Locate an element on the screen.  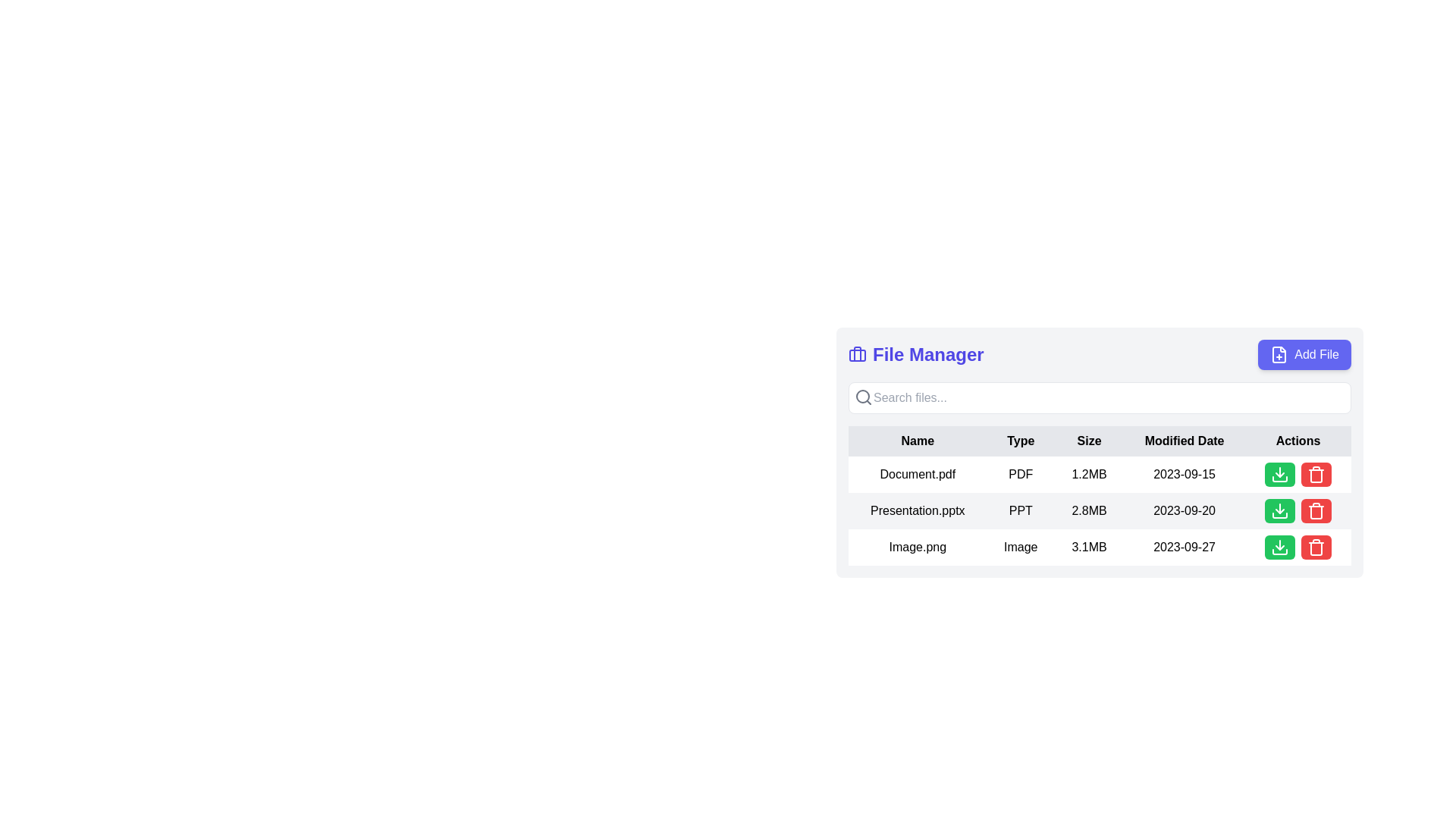
displayed file size '3.1MB' from the text node located under the 'Size' column in the third row of the tabular file manager interface is located at coordinates (1088, 547).